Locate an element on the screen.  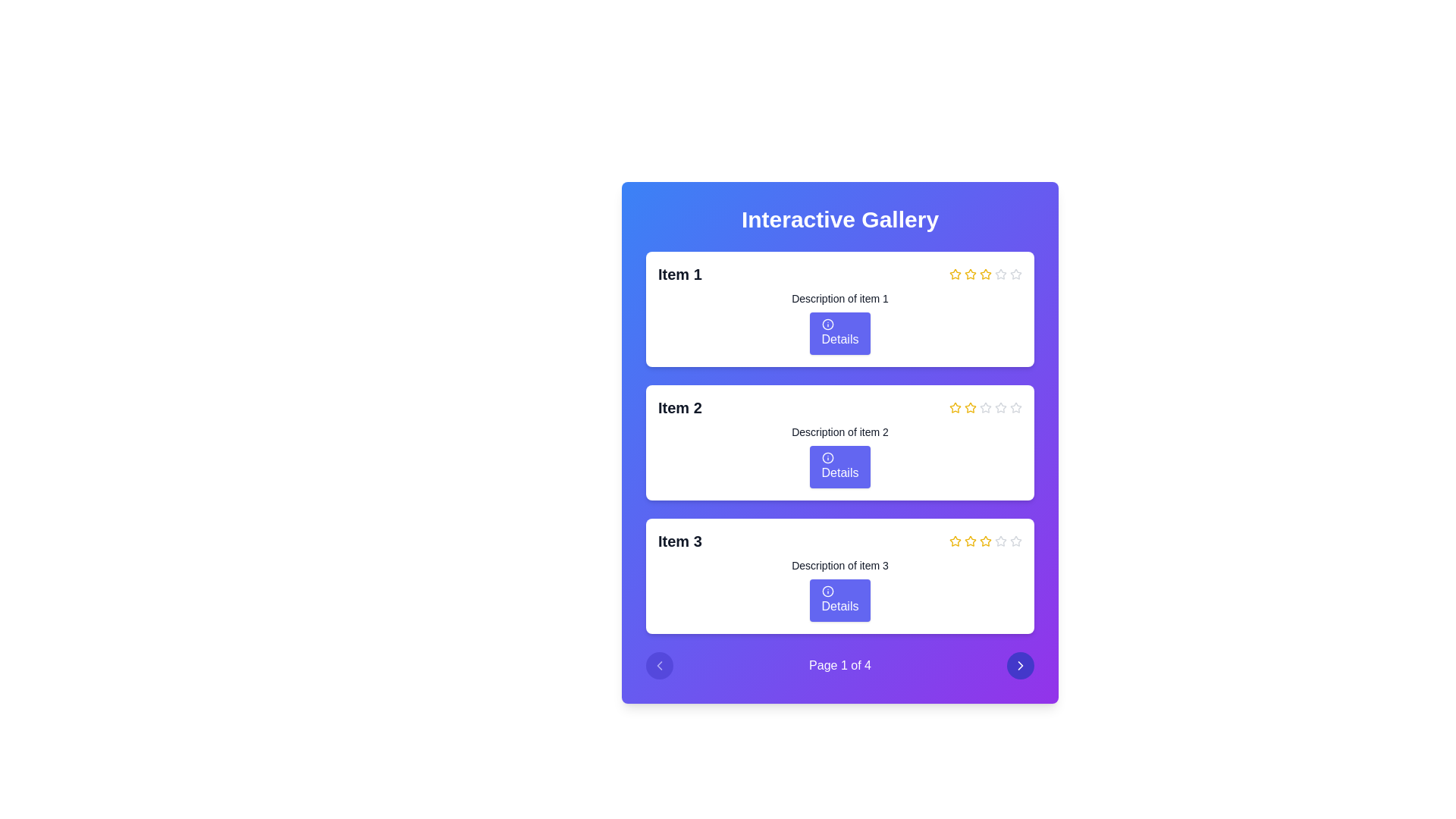
the star icon representing the first rating unit for 'Item 3' in the rating system is located at coordinates (954, 540).